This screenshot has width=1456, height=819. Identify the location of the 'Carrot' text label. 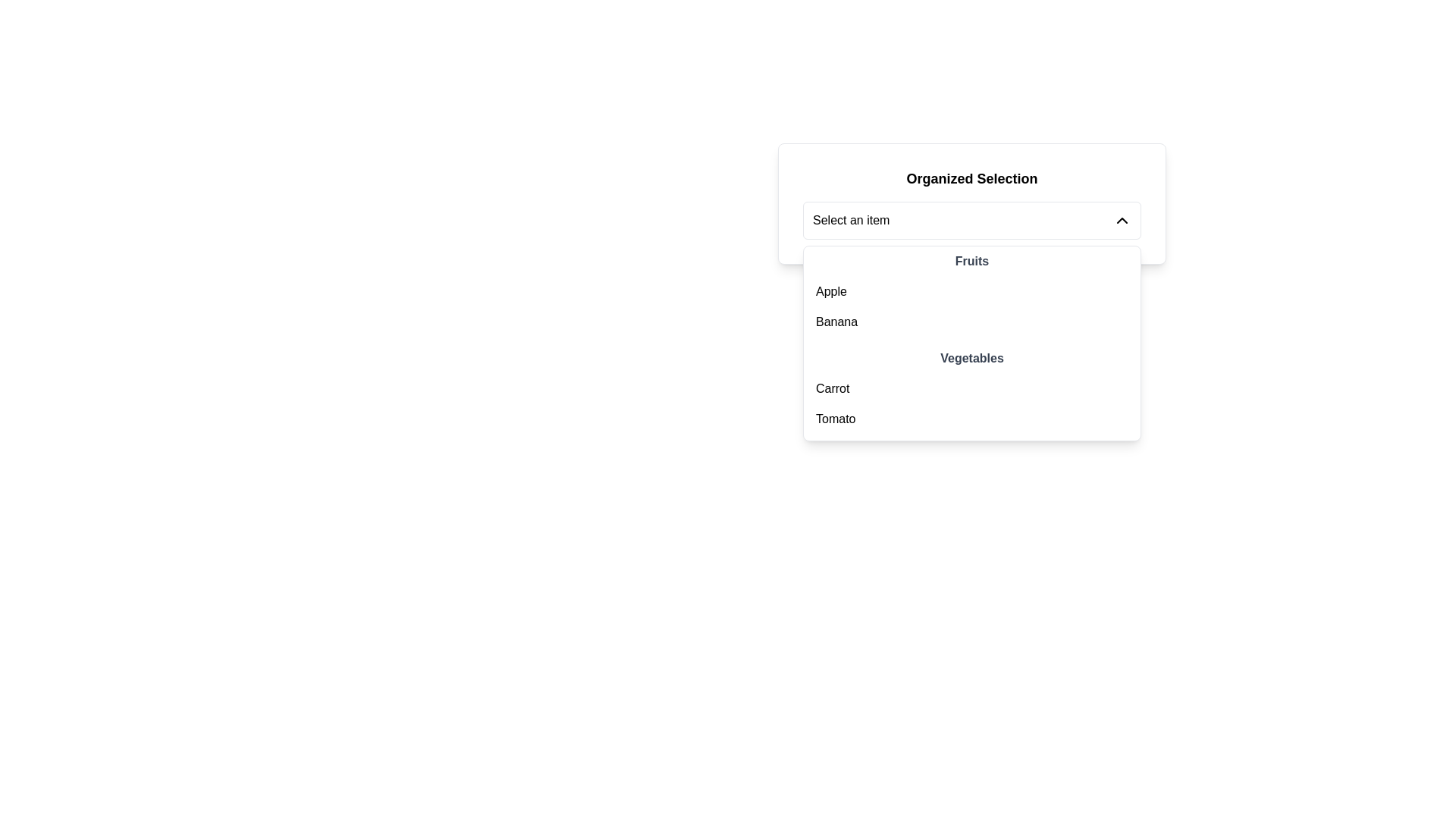
(832, 388).